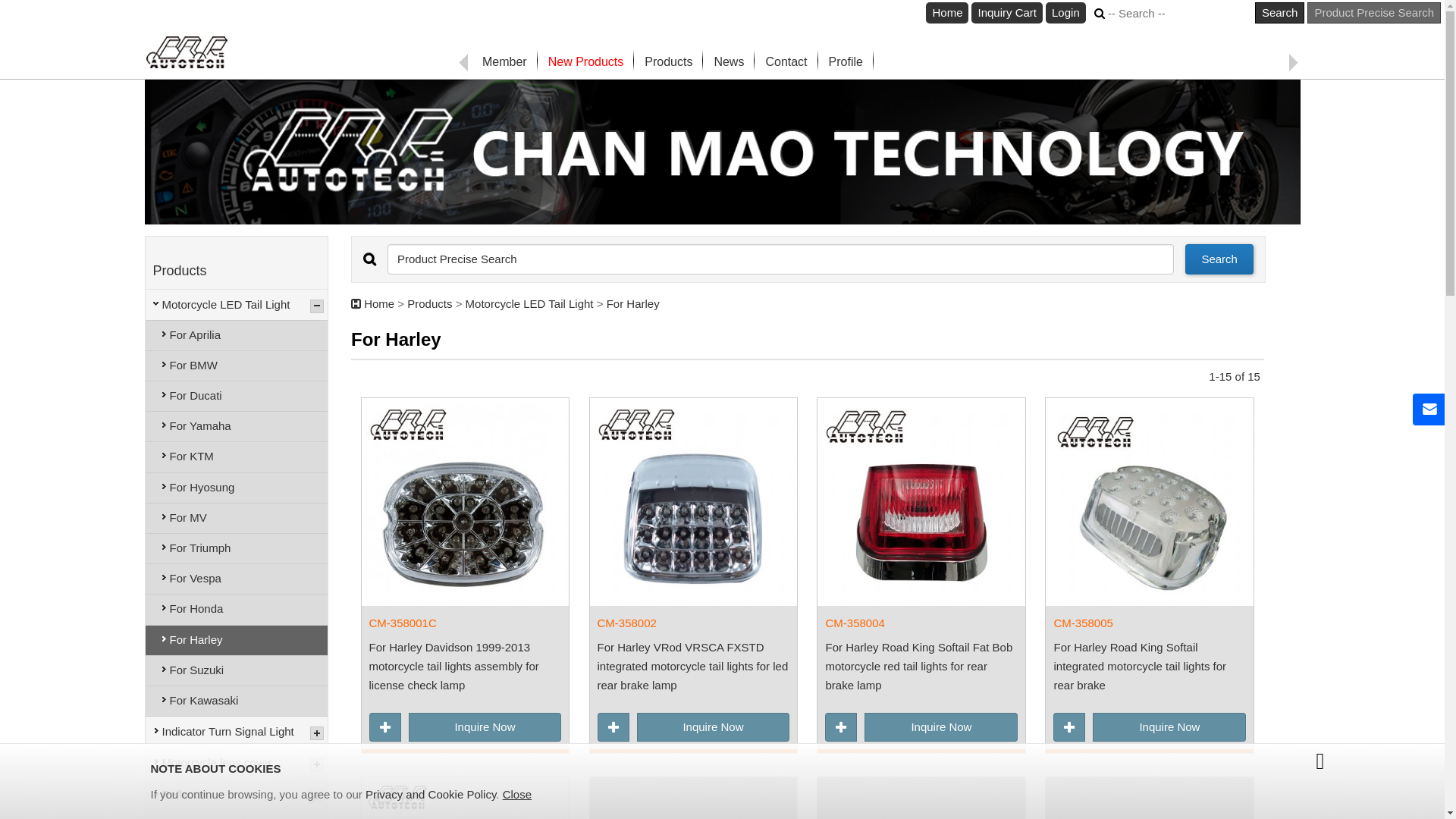 The image size is (1456, 819). What do you see at coordinates (1427, 409) in the screenshot?
I see `'Contact Us'` at bounding box center [1427, 409].